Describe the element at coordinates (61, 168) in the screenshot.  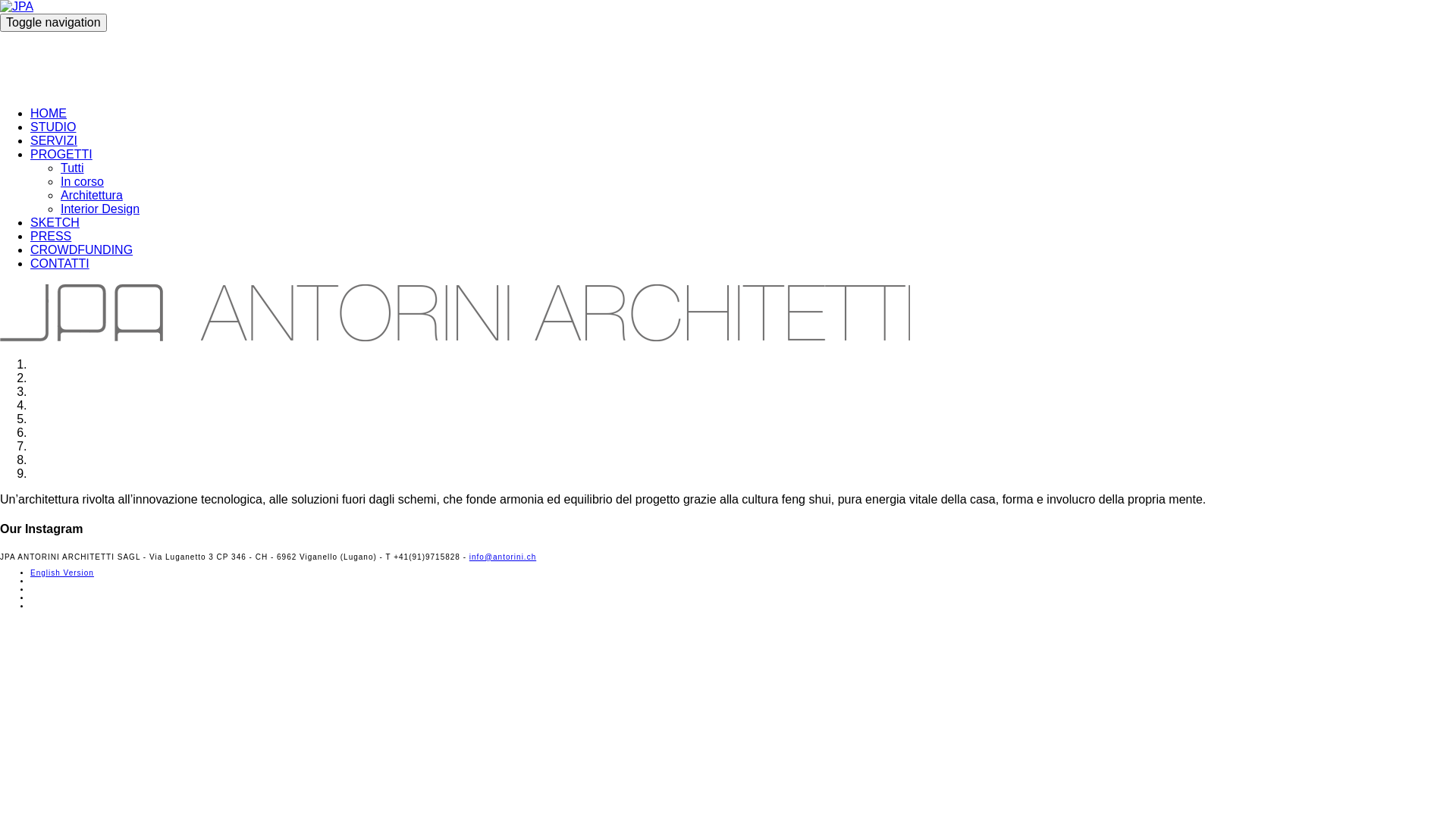
I see `'Tutti'` at that location.